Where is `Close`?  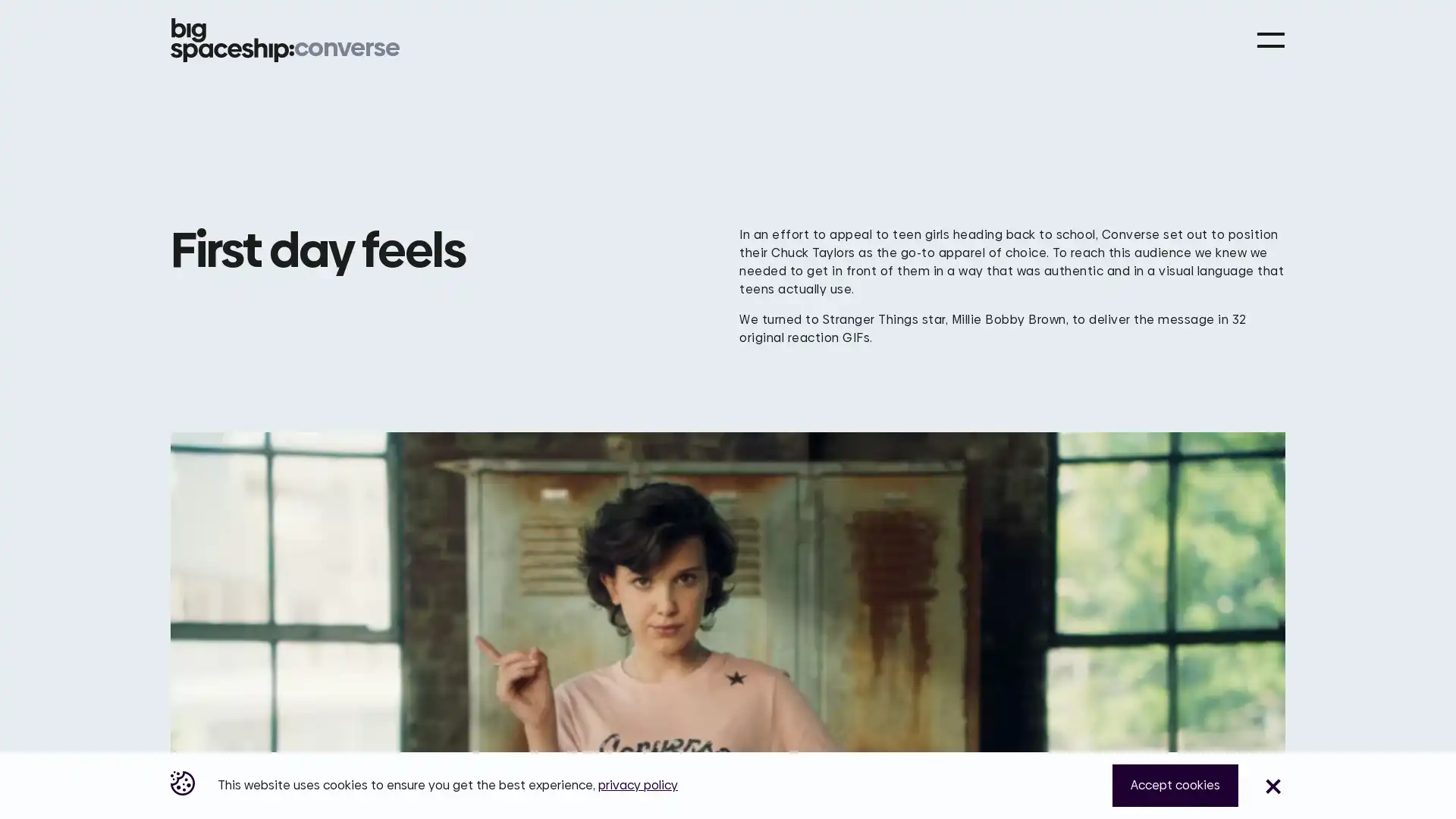 Close is located at coordinates (1273, 786).